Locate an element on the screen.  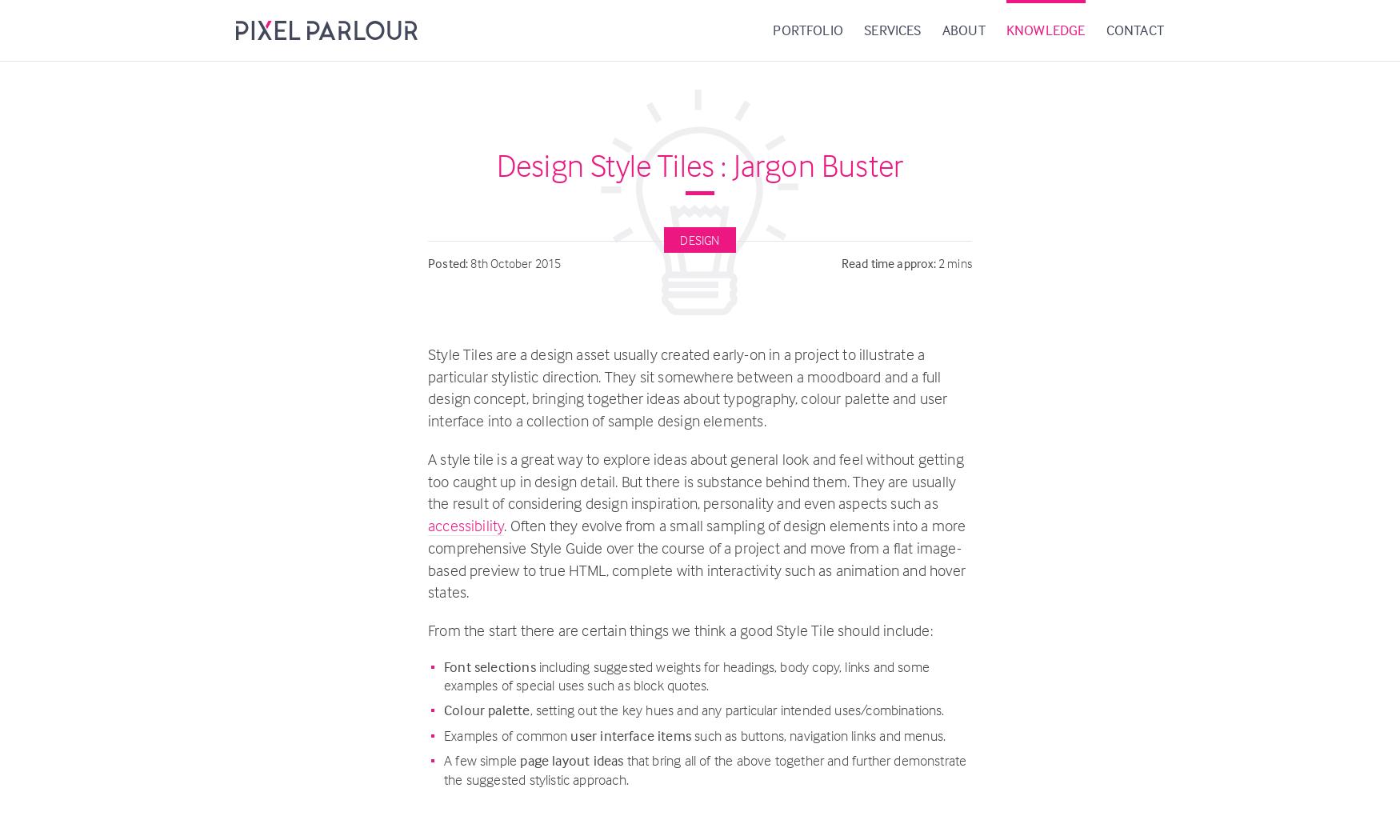
'A style tile is a great way to explore ideas about general look and feel without getting too caught up in design detail. But there is substance behind them. They are usually the result of considering design inspiration, personality and even aspects such as' is located at coordinates (695, 480).